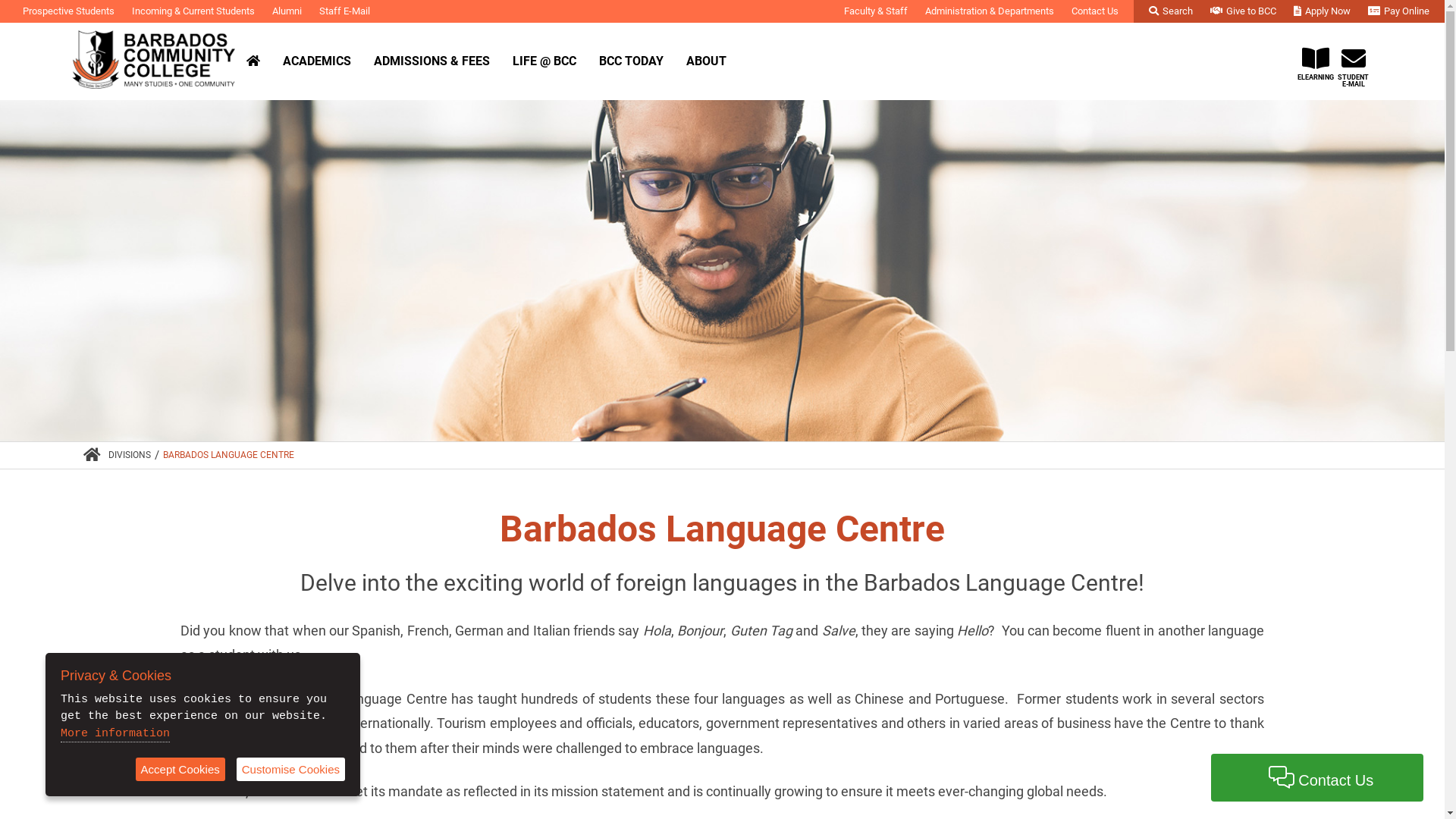 The image size is (1456, 819). What do you see at coordinates (1243, 11) in the screenshot?
I see `'Give to BCC'` at bounding box center [1243, 11].